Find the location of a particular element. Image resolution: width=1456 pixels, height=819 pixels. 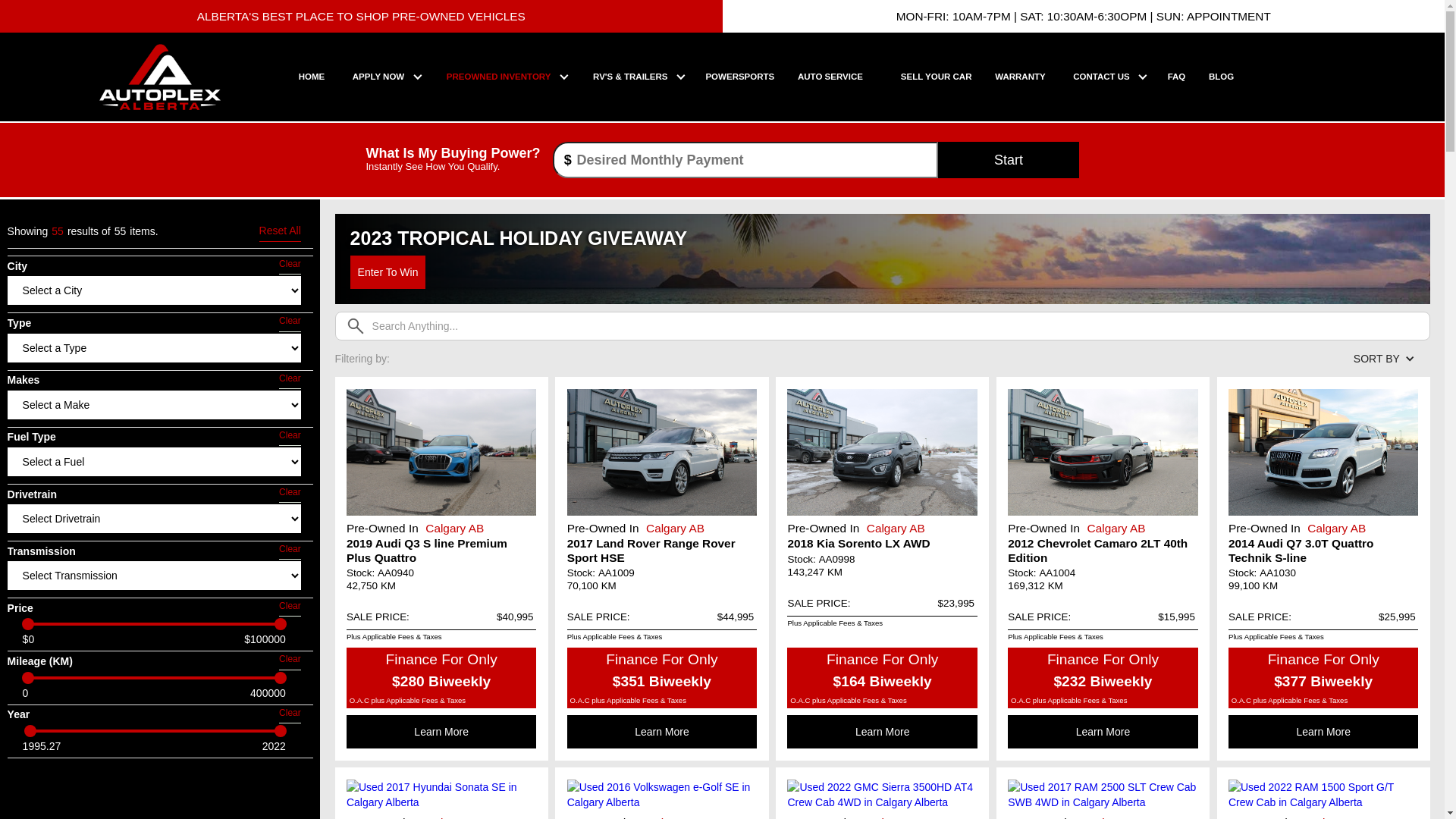

'BLOG' is located at coordinates (1221, 77).